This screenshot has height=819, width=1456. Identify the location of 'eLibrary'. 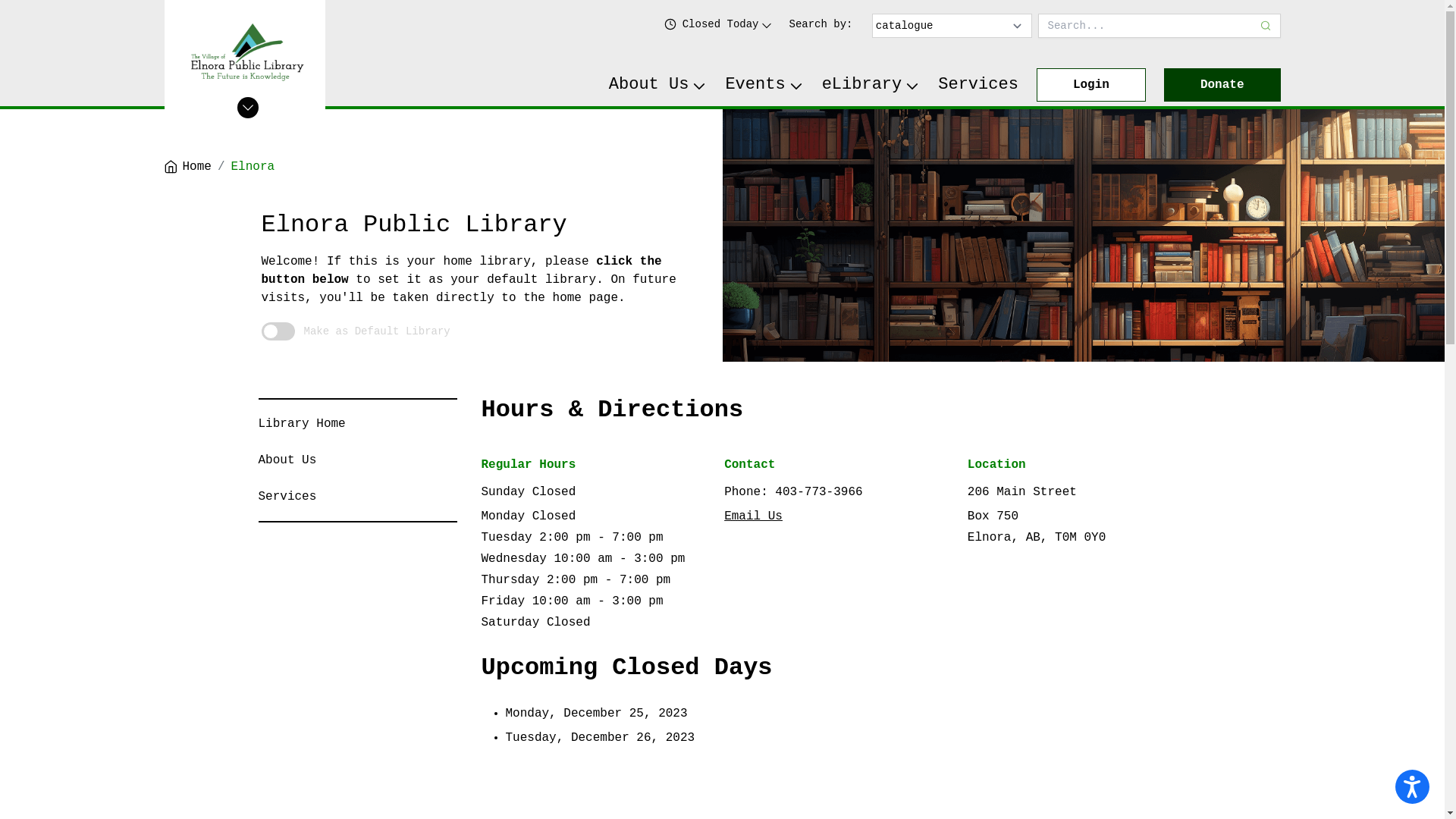
(821, 84).